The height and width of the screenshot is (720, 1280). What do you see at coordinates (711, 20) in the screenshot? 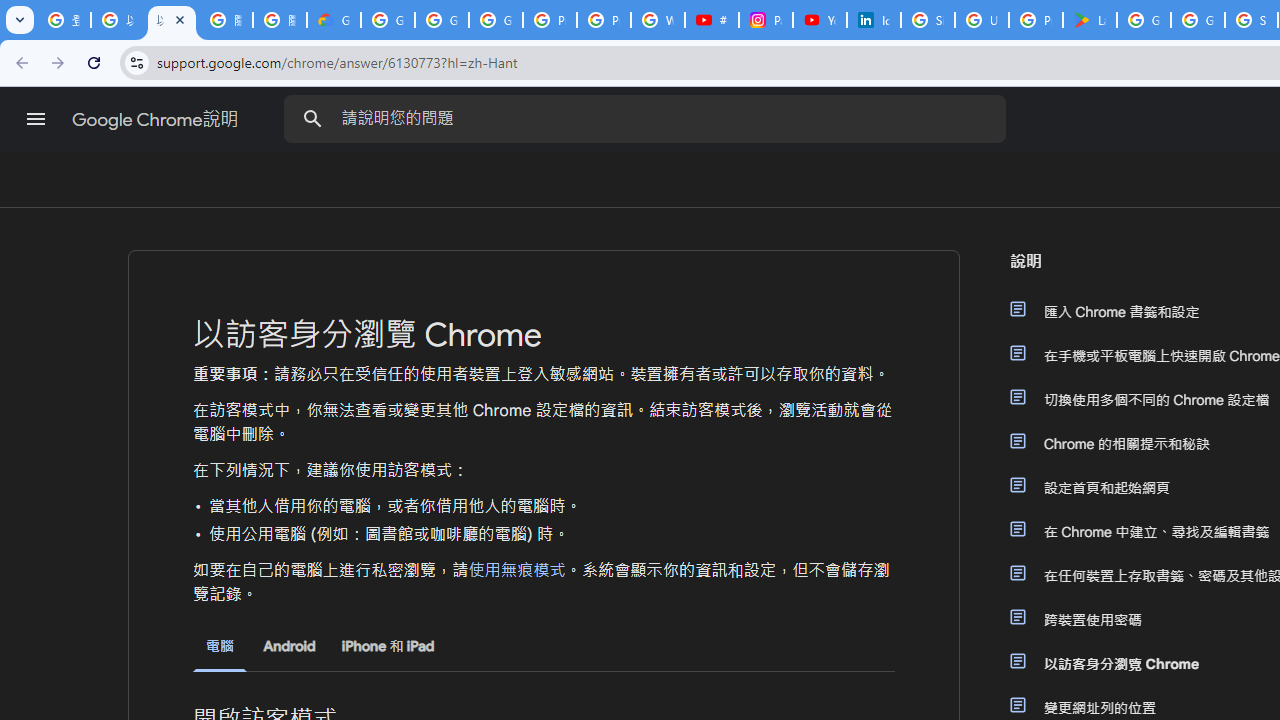
I see `'#nbabasketballhighlights - YouTube'` at bounding box center [711, 20].